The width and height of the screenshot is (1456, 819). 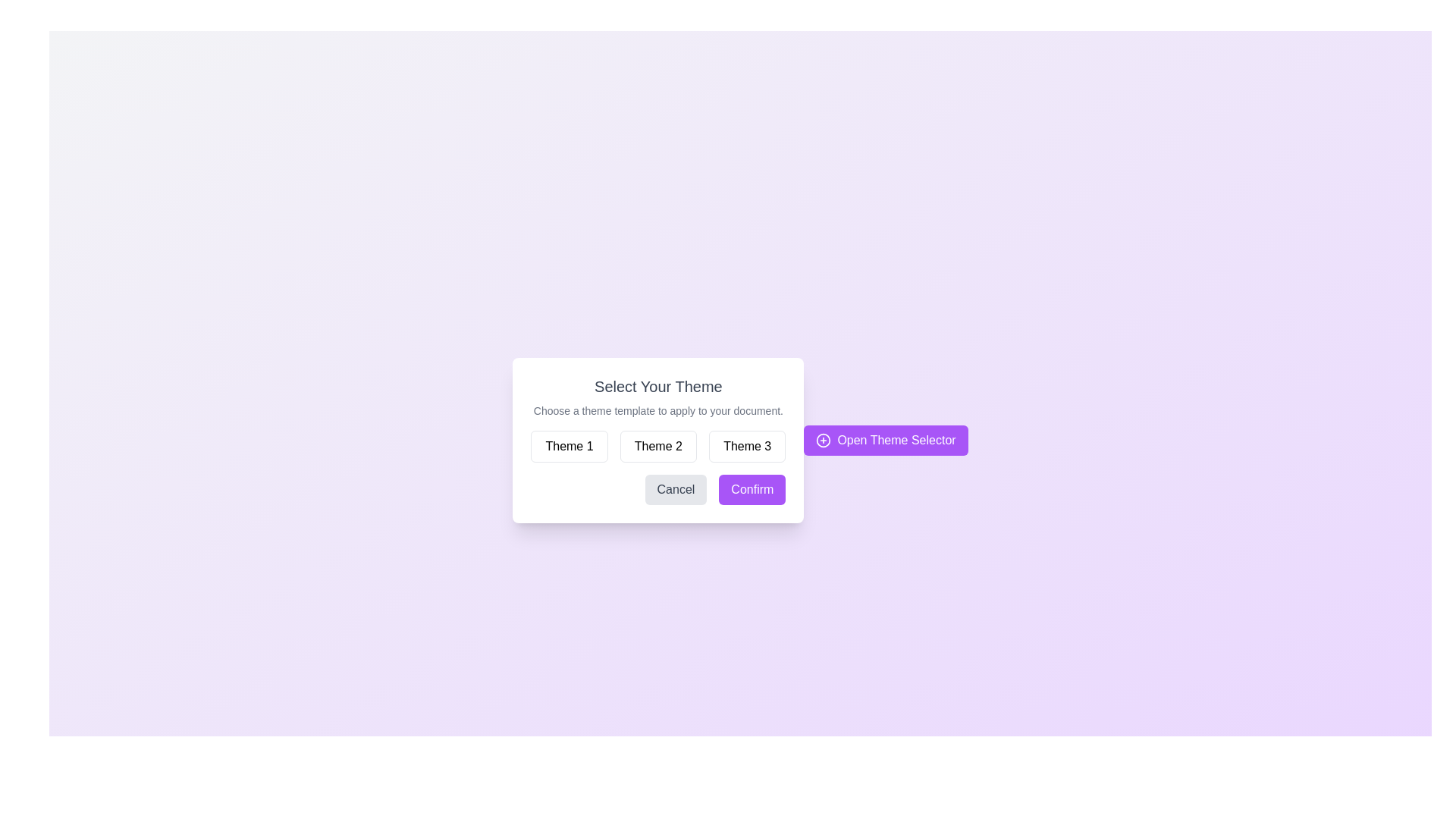 I want to click on the circular icon with a thin outline, located near the 'Open Theme Selector' label on the right side of the dialog box, so click(x=823, y=441).